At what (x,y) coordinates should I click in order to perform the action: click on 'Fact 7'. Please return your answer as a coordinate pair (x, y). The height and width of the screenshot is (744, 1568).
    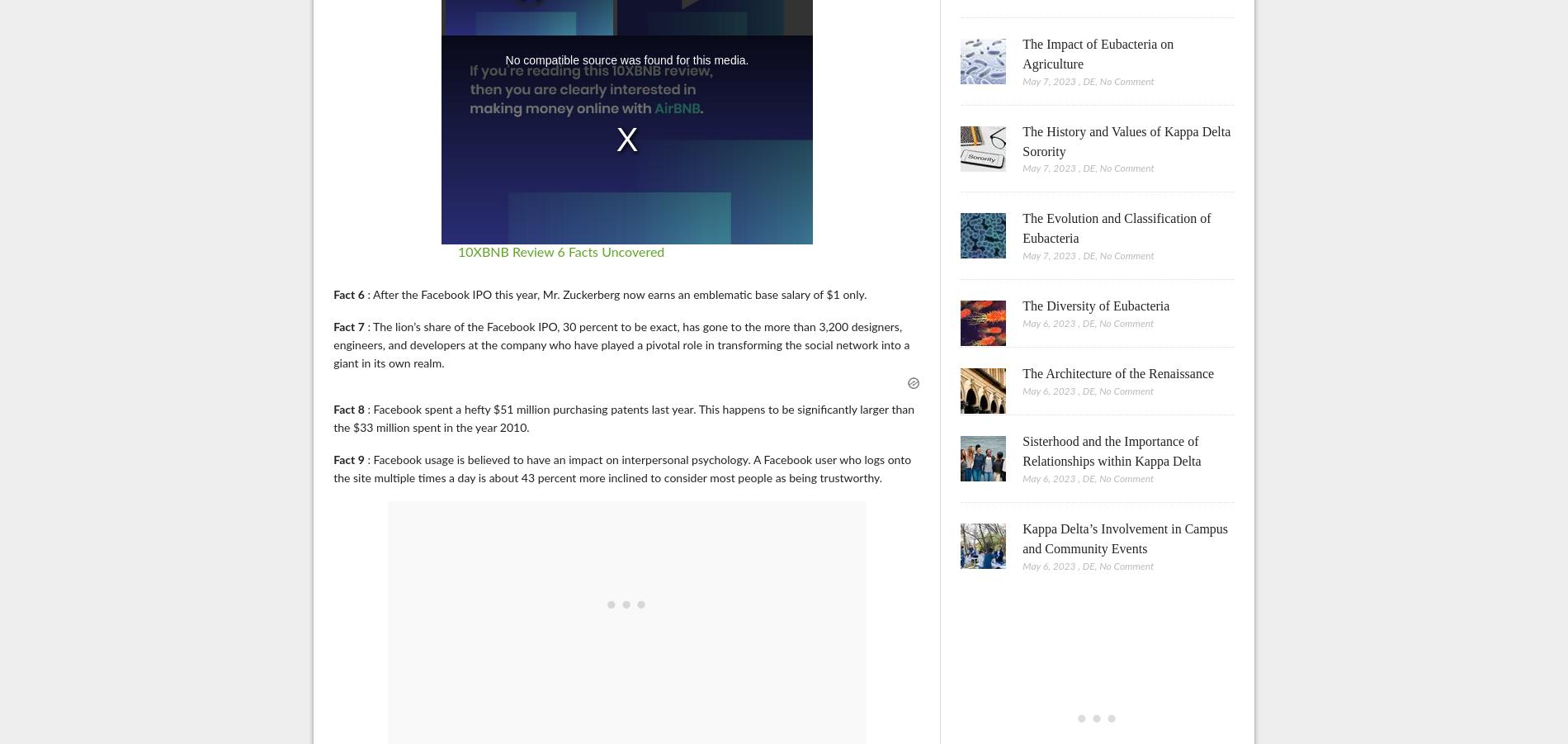
    Looking at the image, I should click on (347, 326).